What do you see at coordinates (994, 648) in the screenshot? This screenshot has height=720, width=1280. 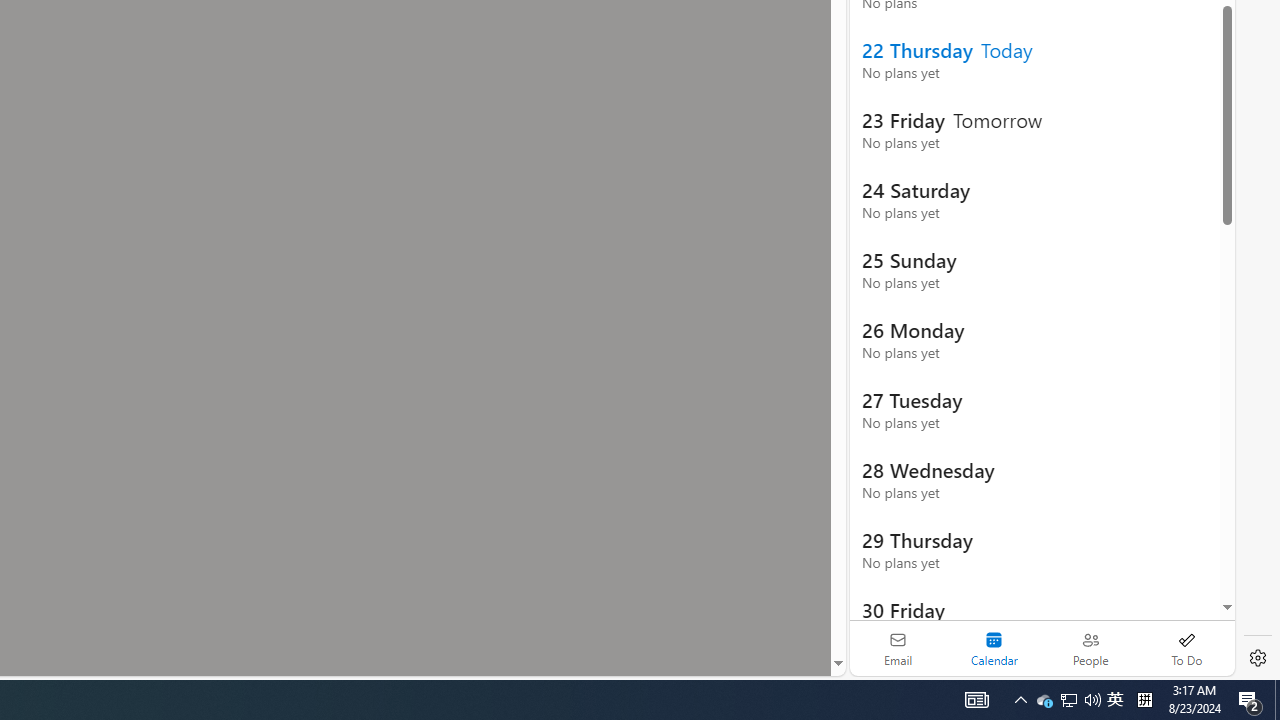 I see `'Selected calendar module. Date today is 22'` at bounding box center [994, 648].